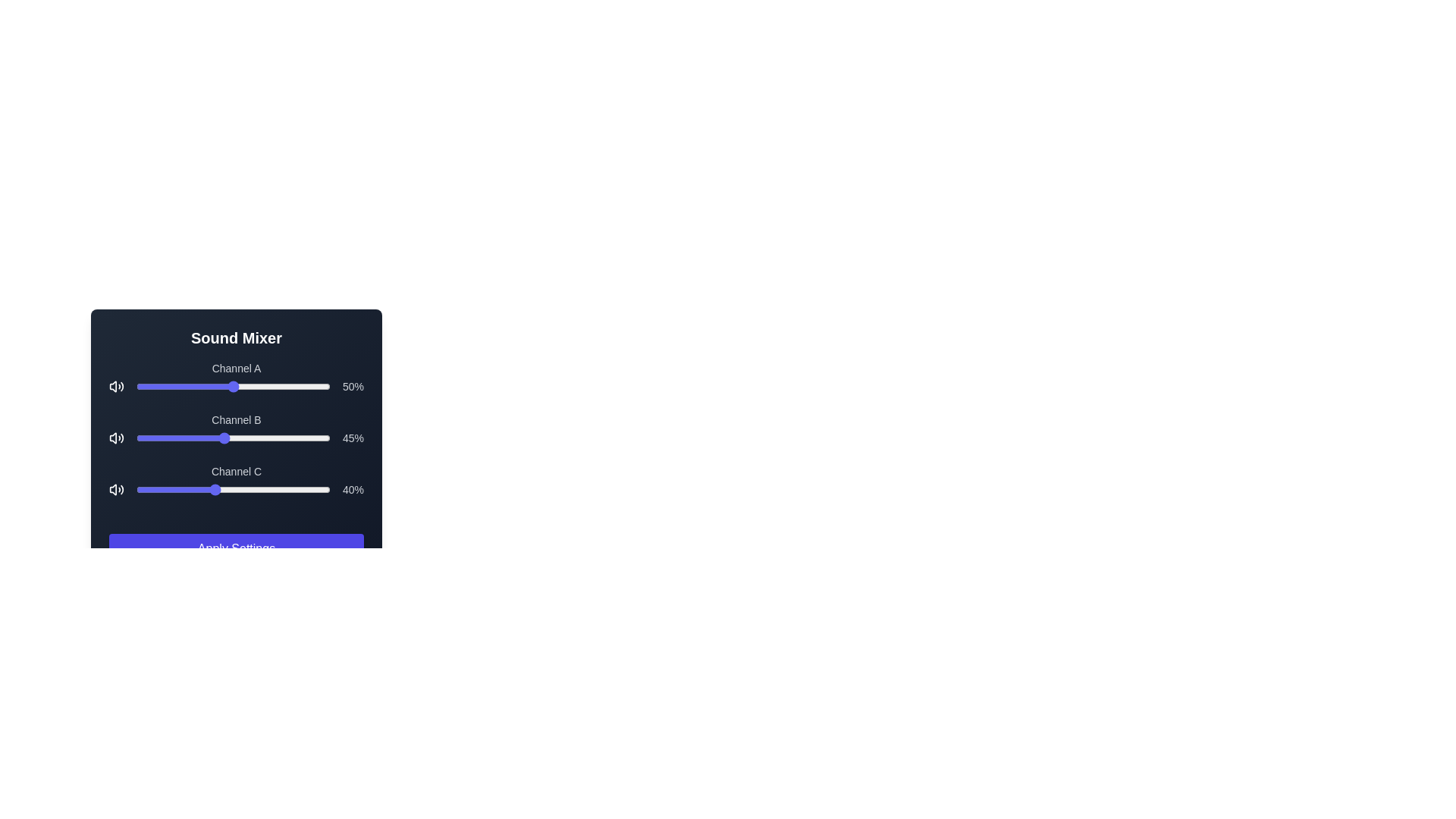  What do you see at coordinates (315, 489) in the screenshot?
I see `the slider` at bounding box center [315, 489].